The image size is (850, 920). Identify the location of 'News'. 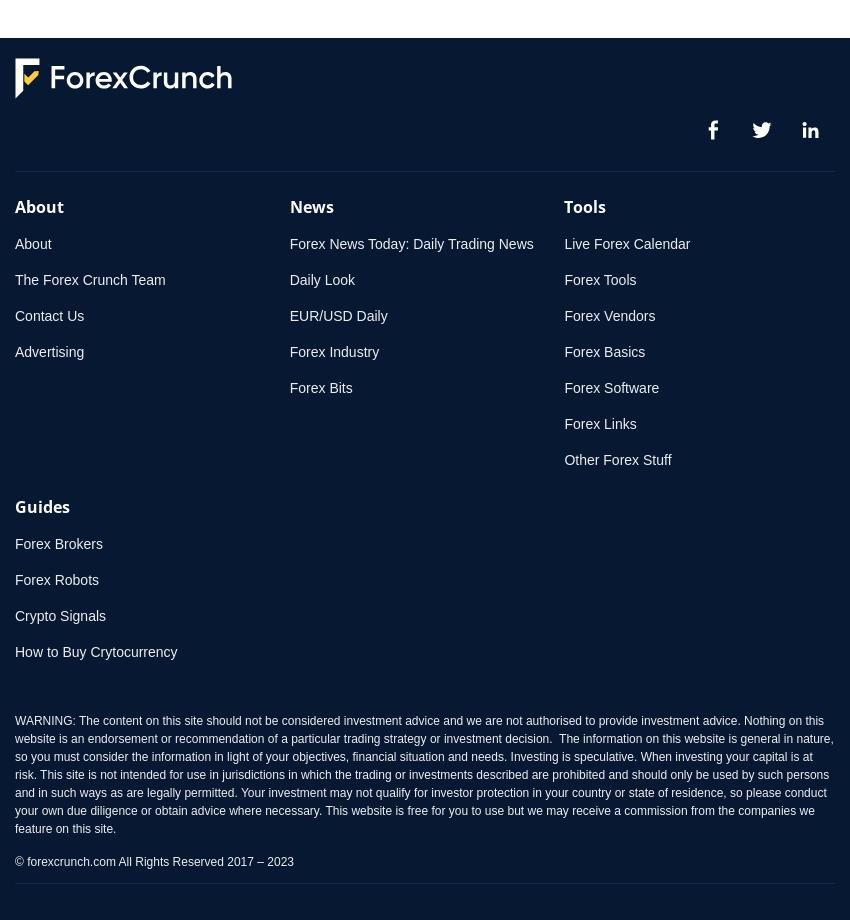
(288, 206).